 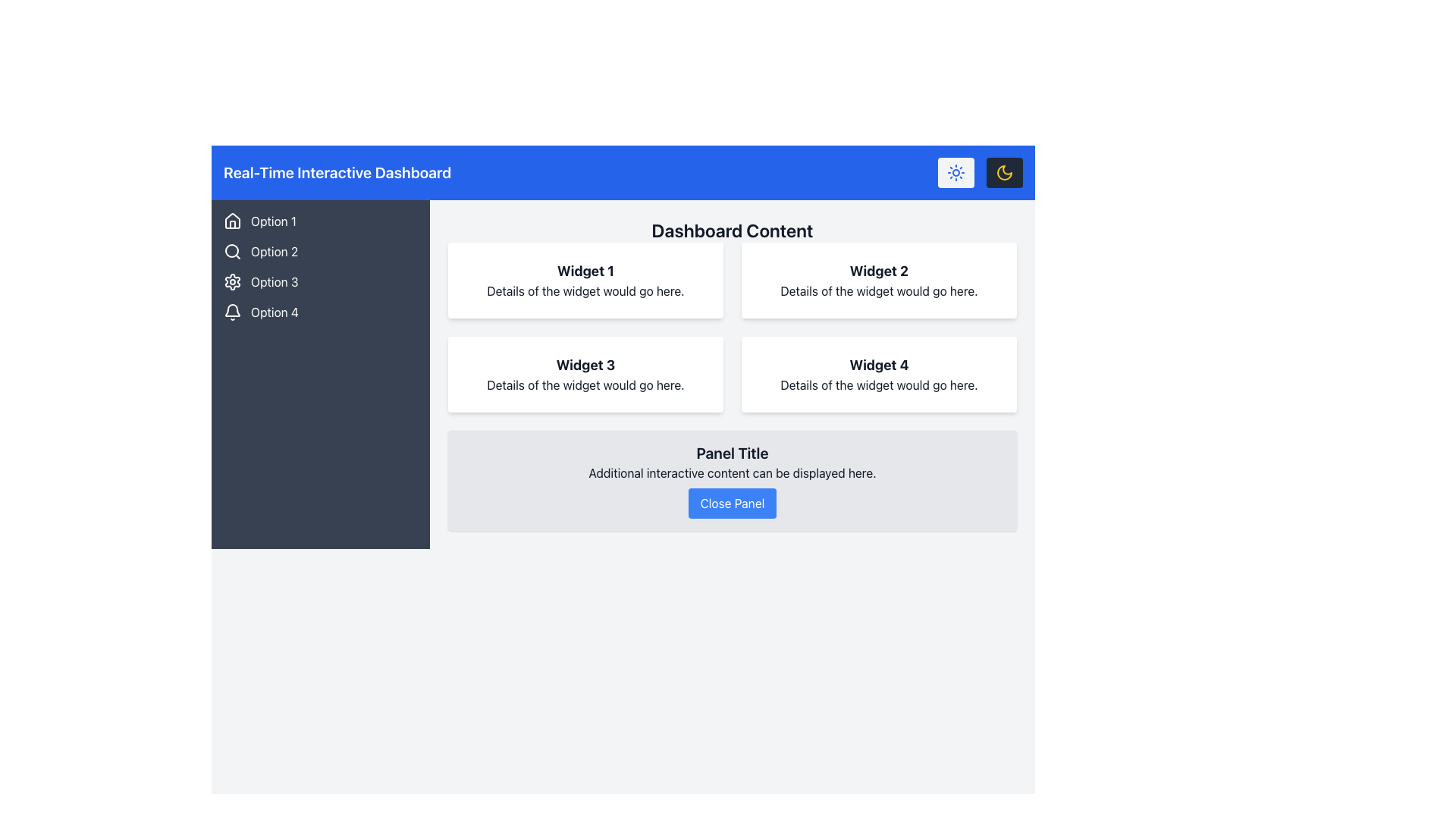 I want to click on the informational Text Label located below the header 'Widget 3' in the middle-left section of the widget grid on the dashboard interface, so click(x=585, y=384).